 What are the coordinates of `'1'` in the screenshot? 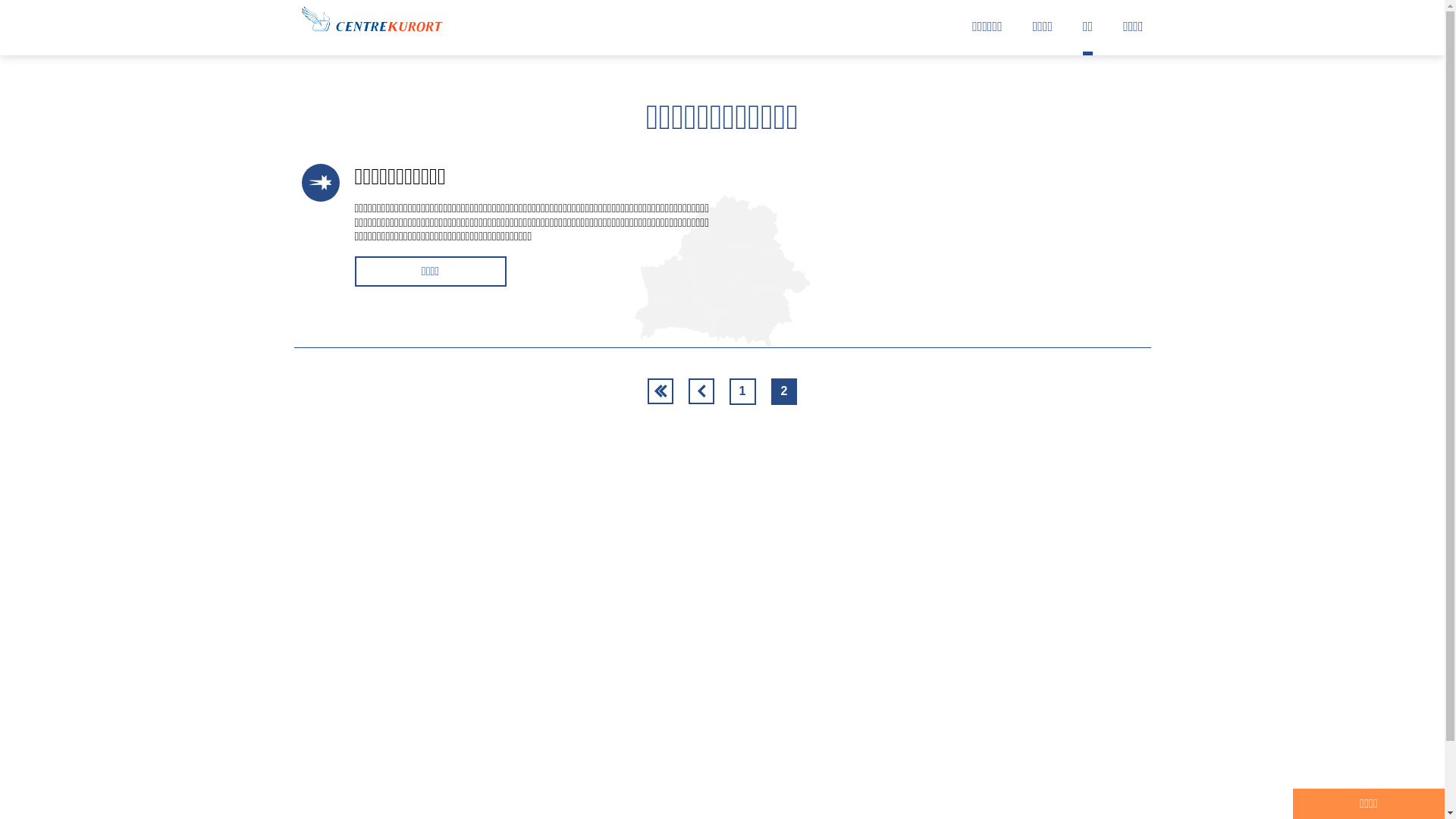 It's located at (742, 391).